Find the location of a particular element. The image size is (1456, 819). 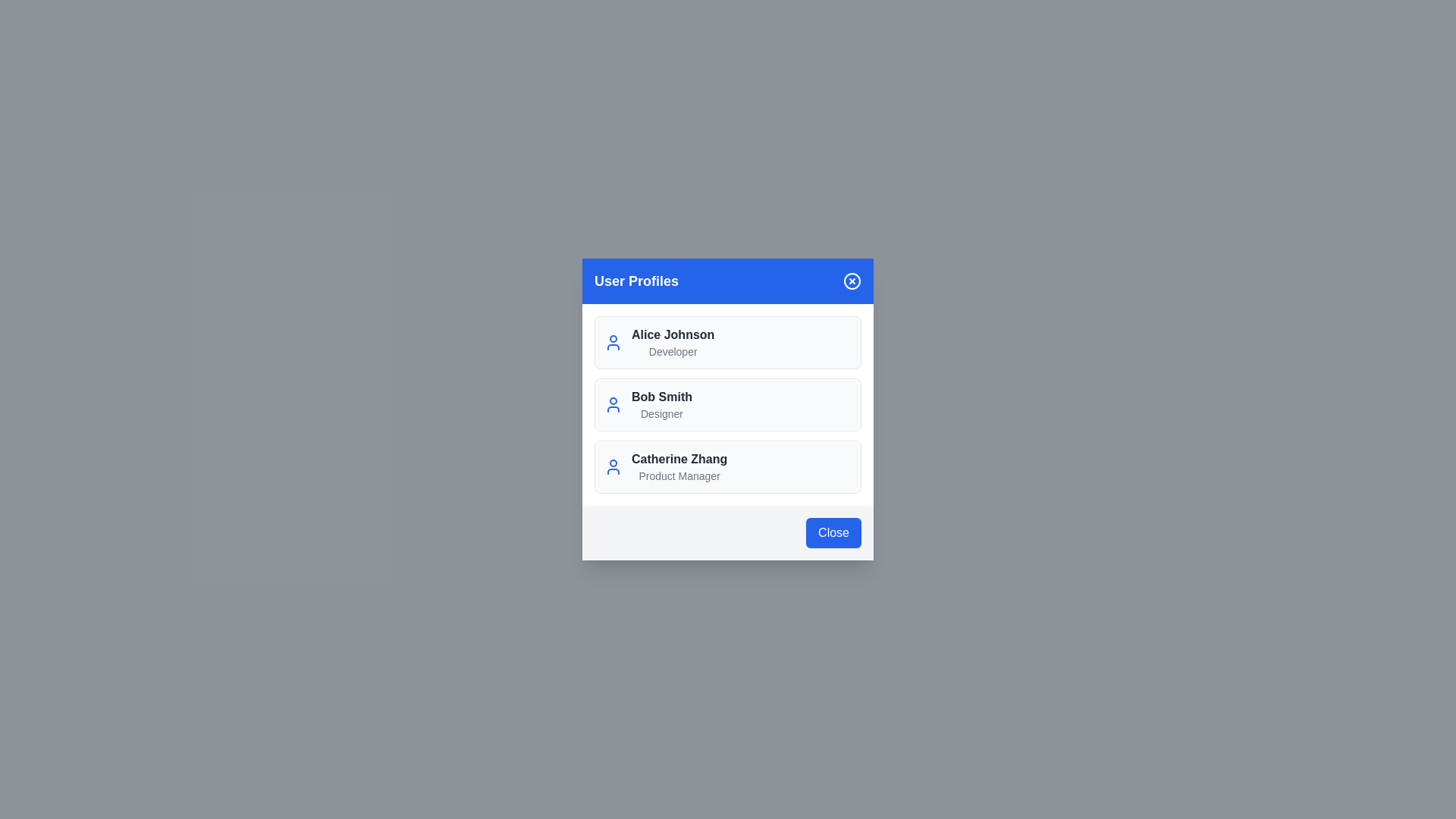

the user profile Bob Smith from the list is located at coordinates (728, 403).